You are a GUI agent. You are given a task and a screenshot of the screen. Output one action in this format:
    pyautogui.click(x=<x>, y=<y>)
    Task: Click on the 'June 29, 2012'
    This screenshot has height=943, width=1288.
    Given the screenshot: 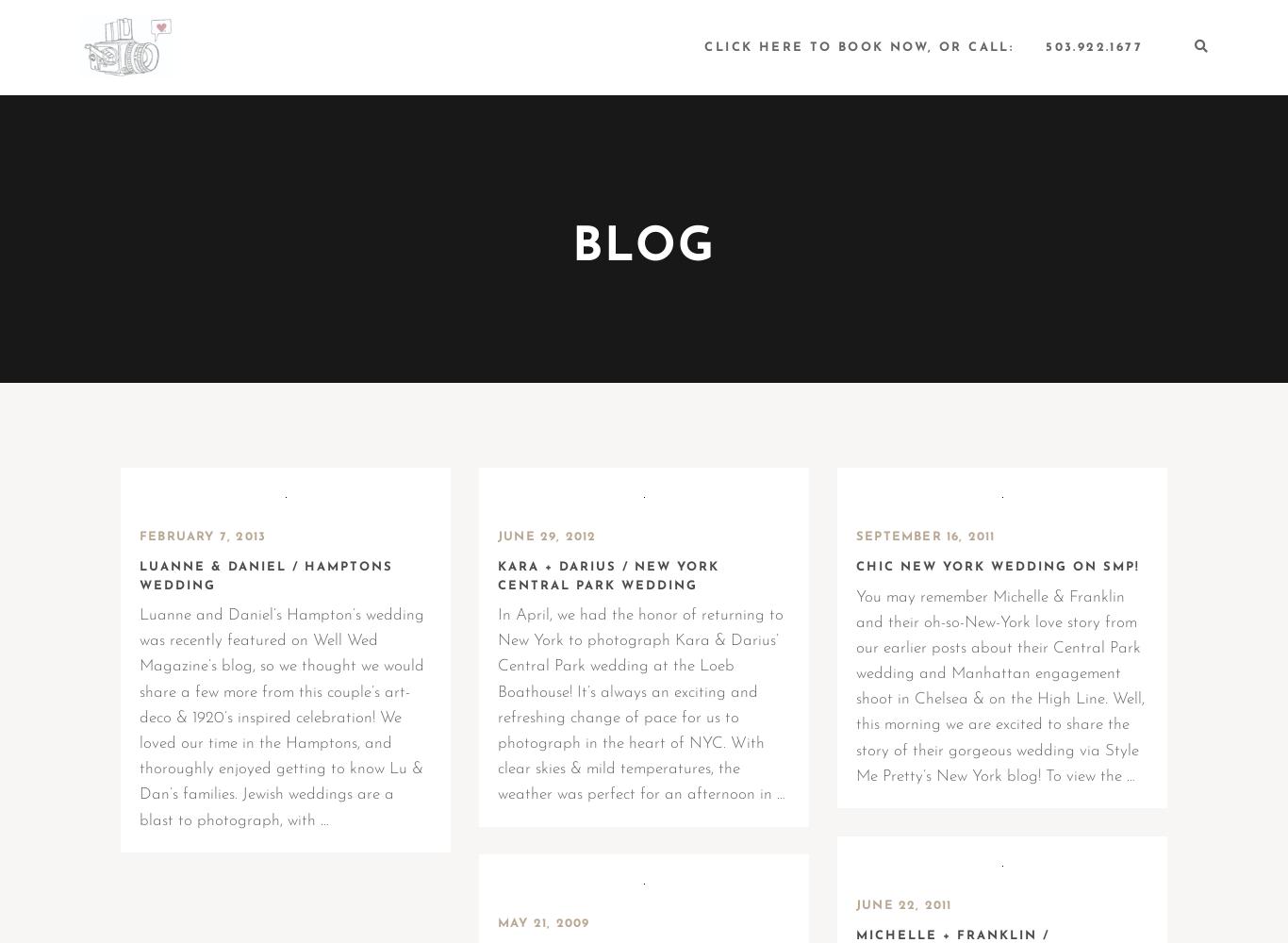 What is the action you would take?
    pyautogui.click(x=546, y=536)
    